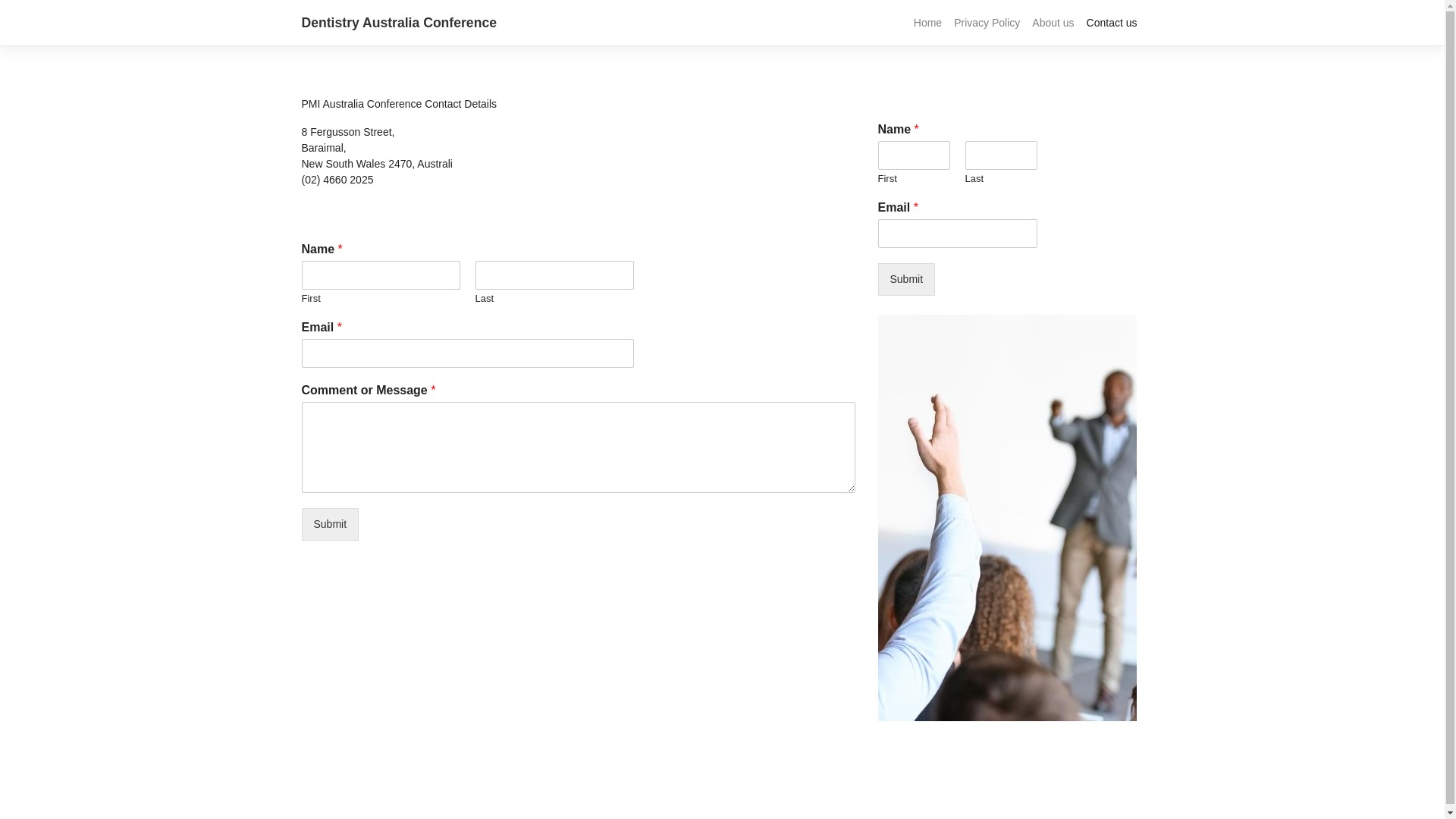 This screenshot has height=819, width=1456. Describe the element at coordinates (1112, 23) in the screenshot. I see `'Contact us'` at that location.